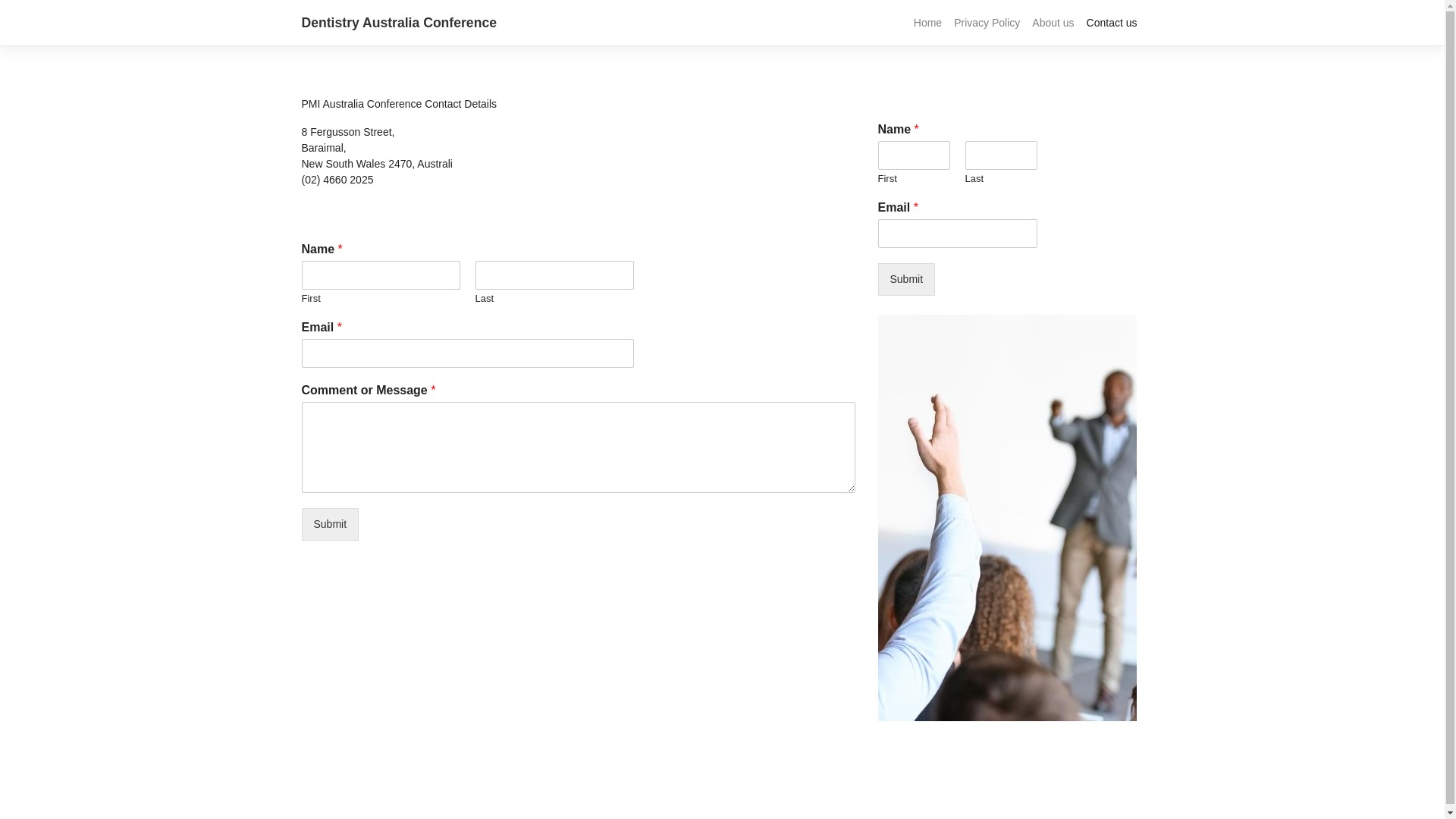 This screenshot has height=819, width=1456. Describe the element at coordinates (1112, 23) in the screenshot. I see `'Contact us'` at that location.